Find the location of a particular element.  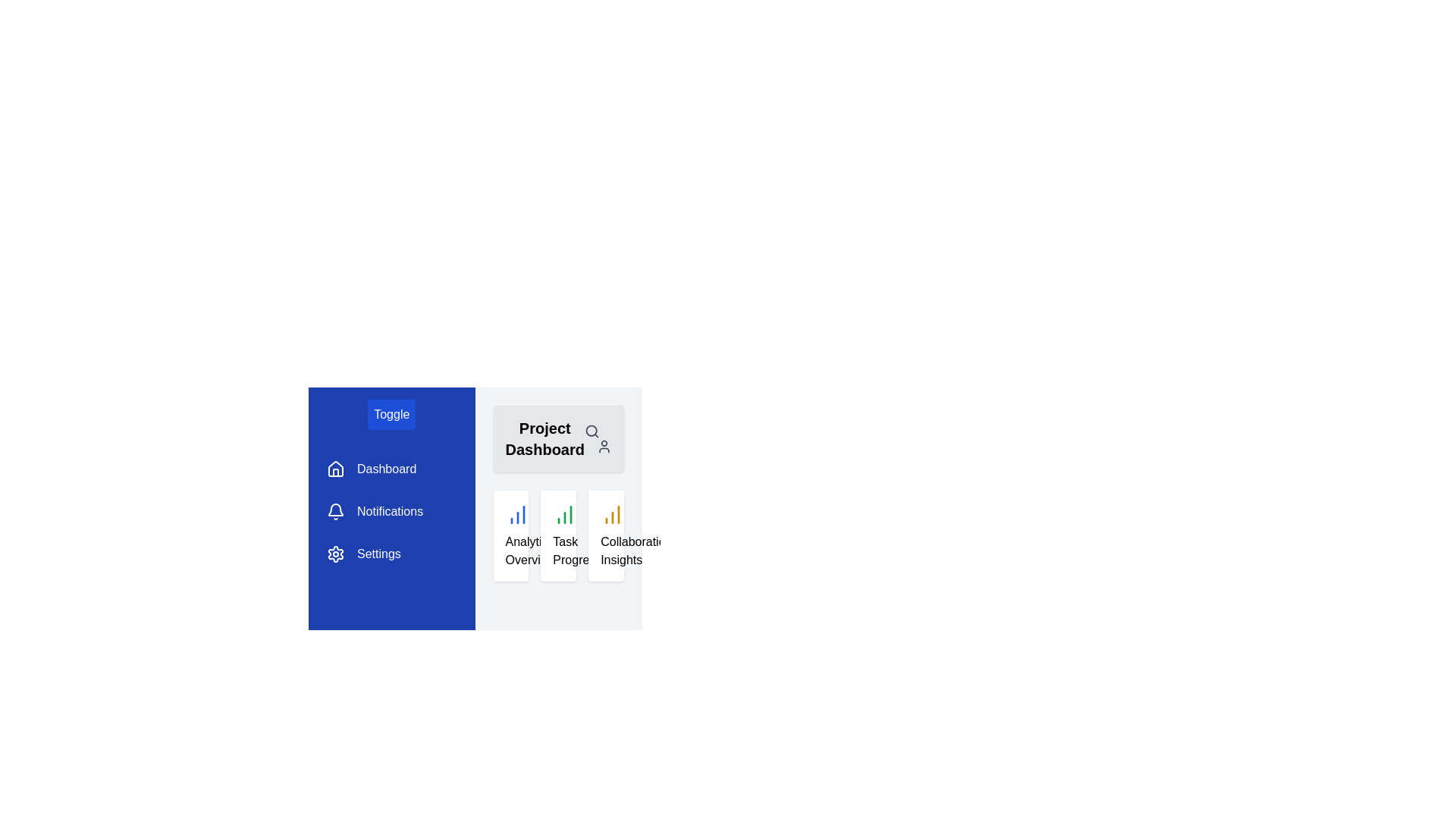

the 'Notifications' text label, which is styled in white against a blue background is located at coordinates (390, 512).